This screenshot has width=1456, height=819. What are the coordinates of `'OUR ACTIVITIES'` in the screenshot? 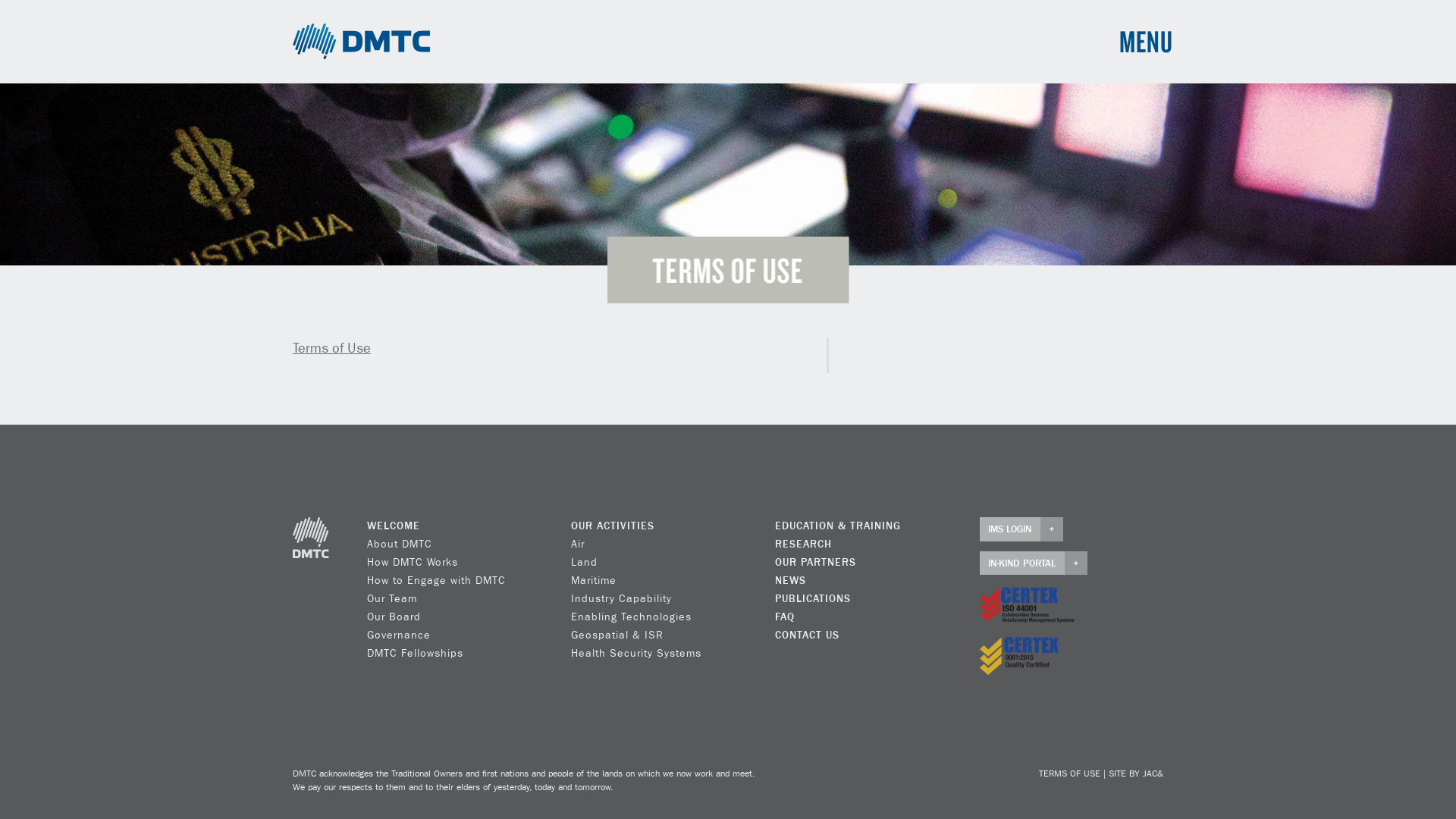 It's located at (570, 526).